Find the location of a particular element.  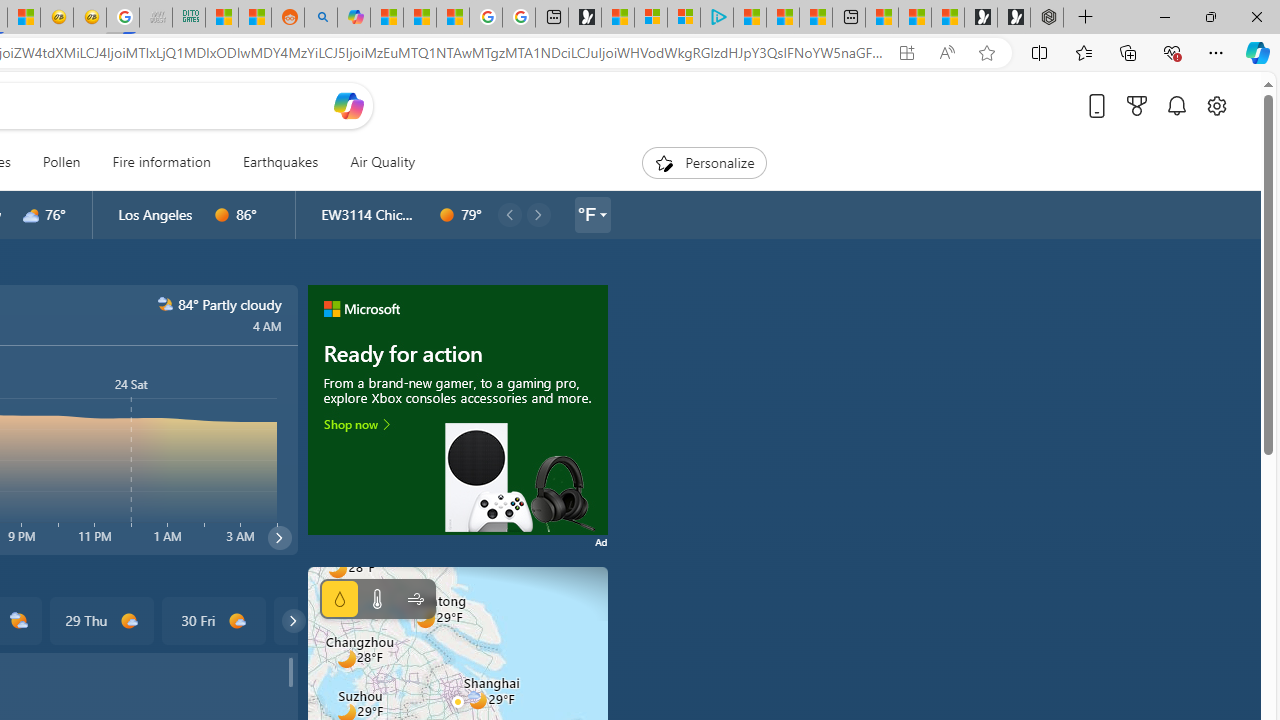

'Earthquakes' is located at coordinates (279, 162).